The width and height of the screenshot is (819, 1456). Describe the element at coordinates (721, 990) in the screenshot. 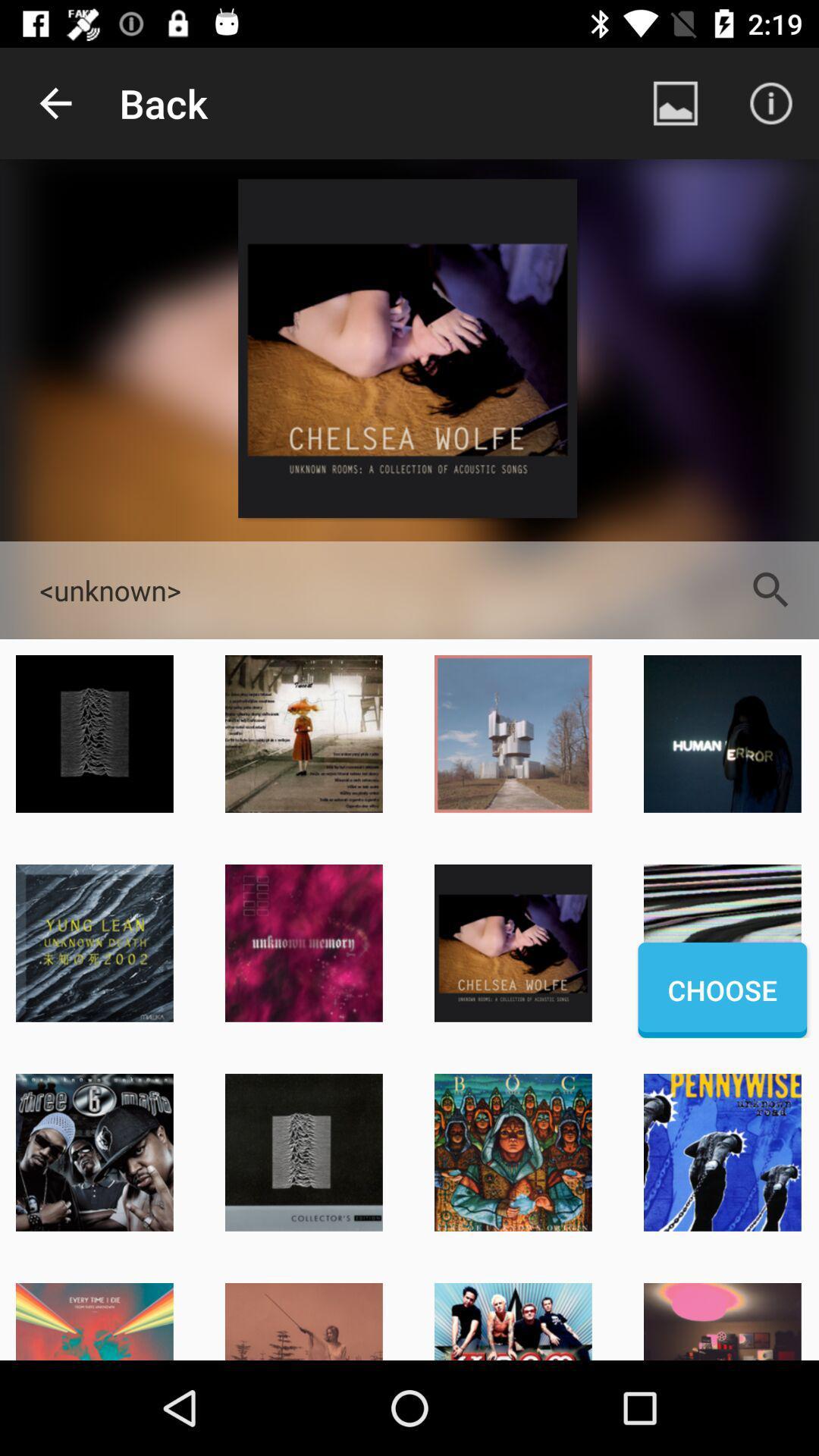

I see `choose icon` at that location.